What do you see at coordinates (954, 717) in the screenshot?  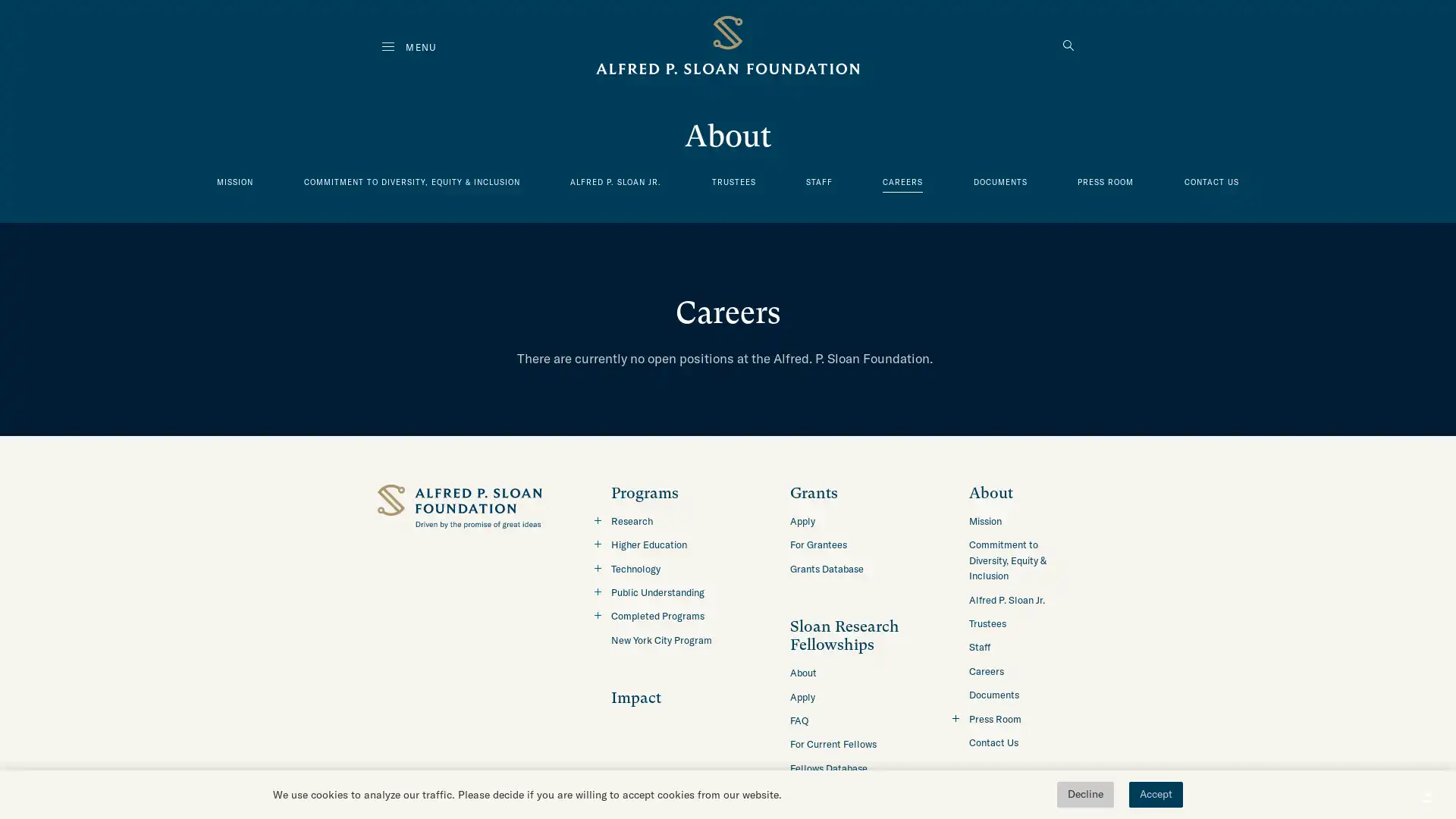 I see `Click to expand this navigation menu` at bounding box center [954, 717].